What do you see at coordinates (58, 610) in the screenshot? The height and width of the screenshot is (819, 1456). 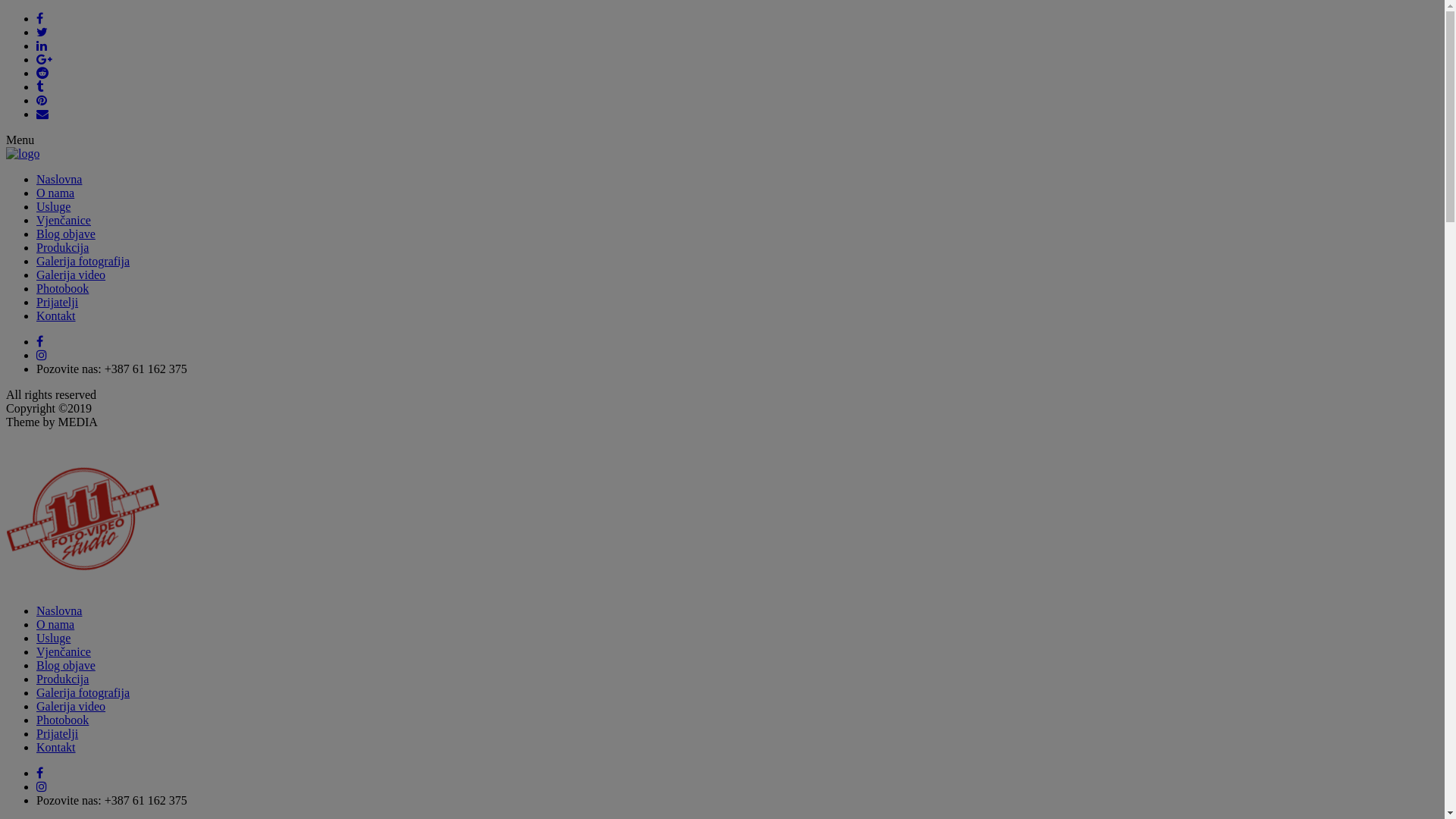 I see `'Naslovna'` at bounding box center [58, 610].